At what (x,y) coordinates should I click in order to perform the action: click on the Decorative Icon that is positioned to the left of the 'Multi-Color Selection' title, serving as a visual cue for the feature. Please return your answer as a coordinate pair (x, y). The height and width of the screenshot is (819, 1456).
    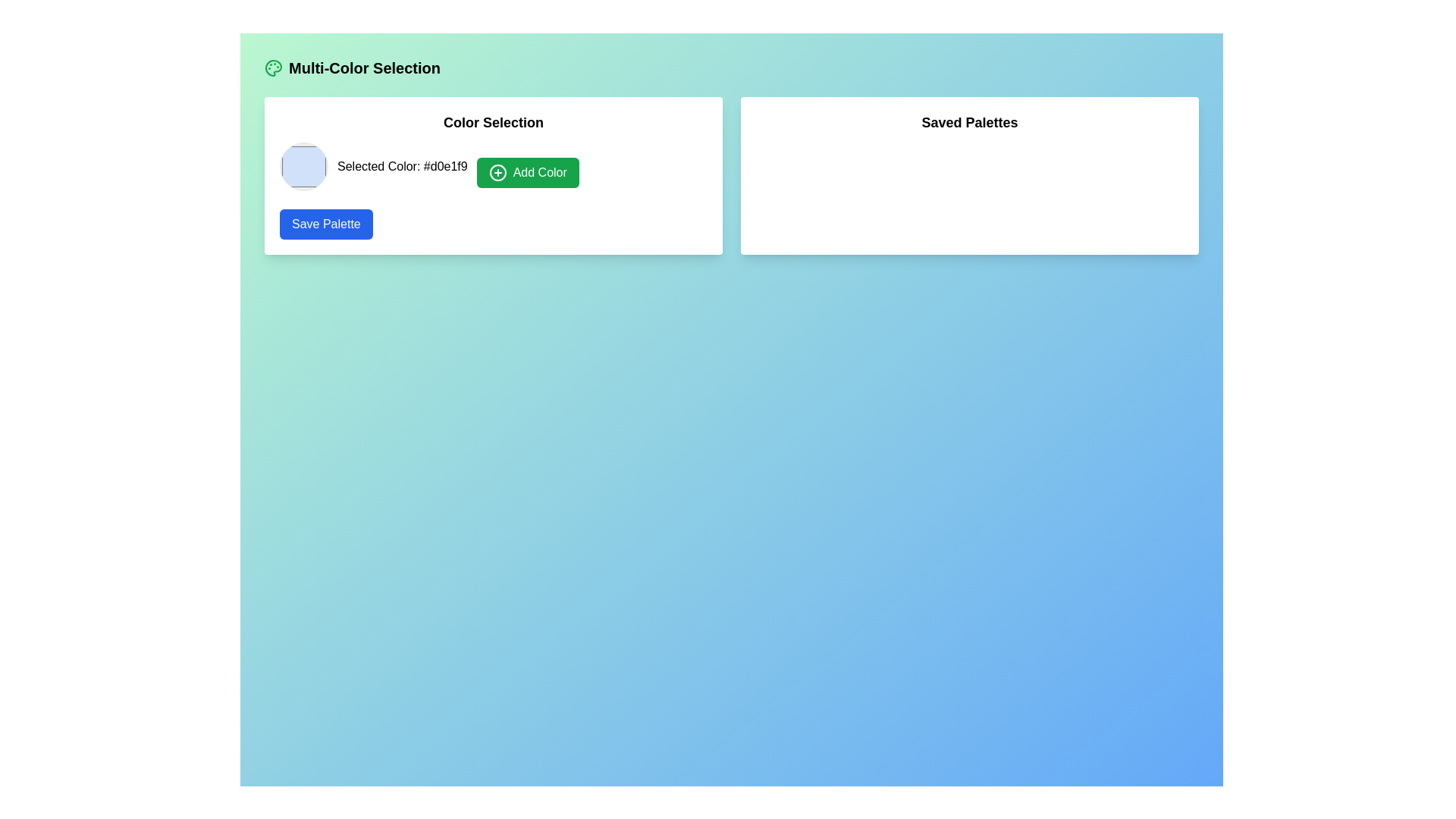
    Looking at the image, I should click on (273, 67).